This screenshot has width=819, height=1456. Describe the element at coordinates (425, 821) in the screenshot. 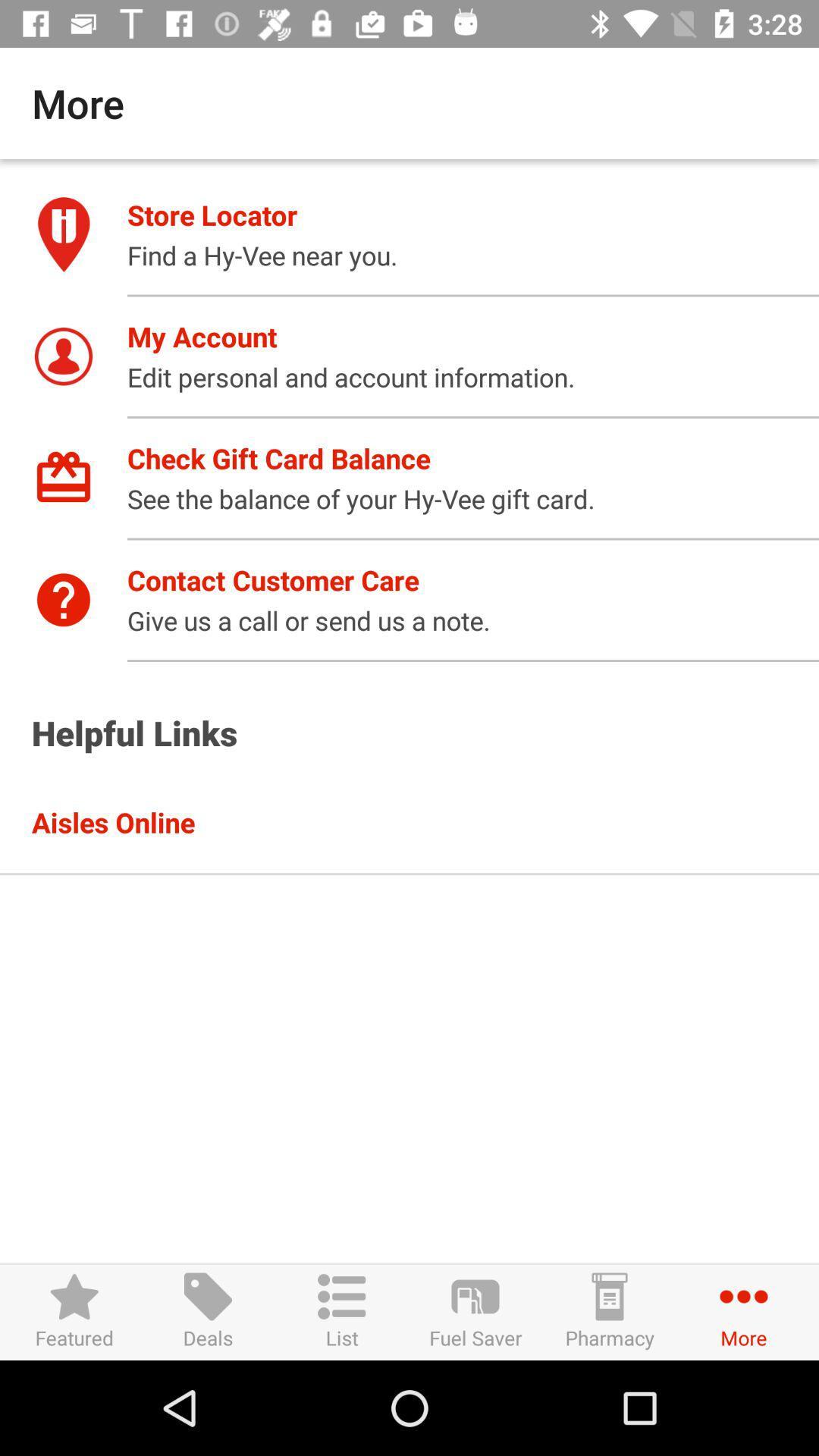

I see `the aisles online` at that location.